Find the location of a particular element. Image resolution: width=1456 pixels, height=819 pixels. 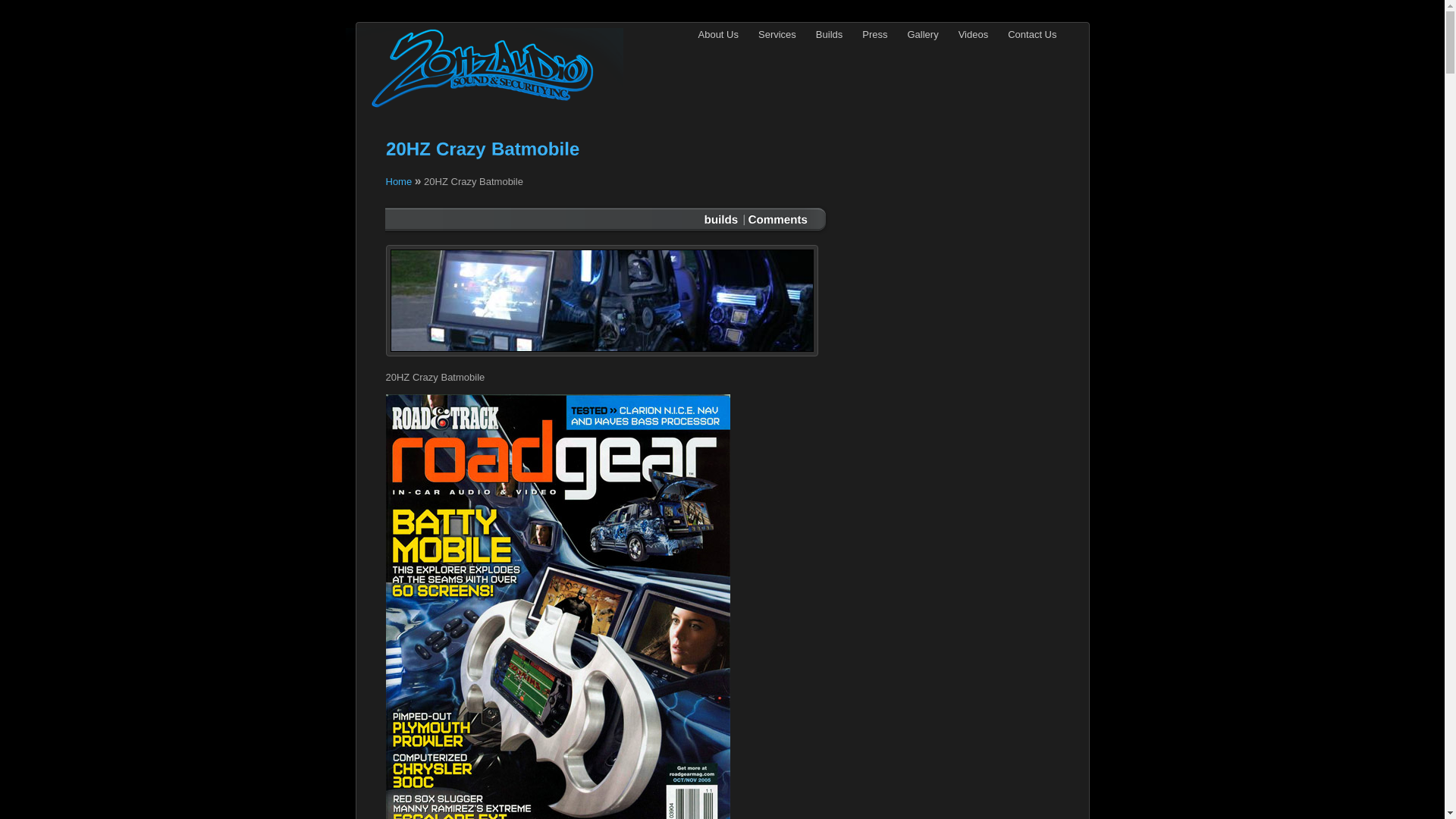

'Home' is located at coordinates (398, 180).